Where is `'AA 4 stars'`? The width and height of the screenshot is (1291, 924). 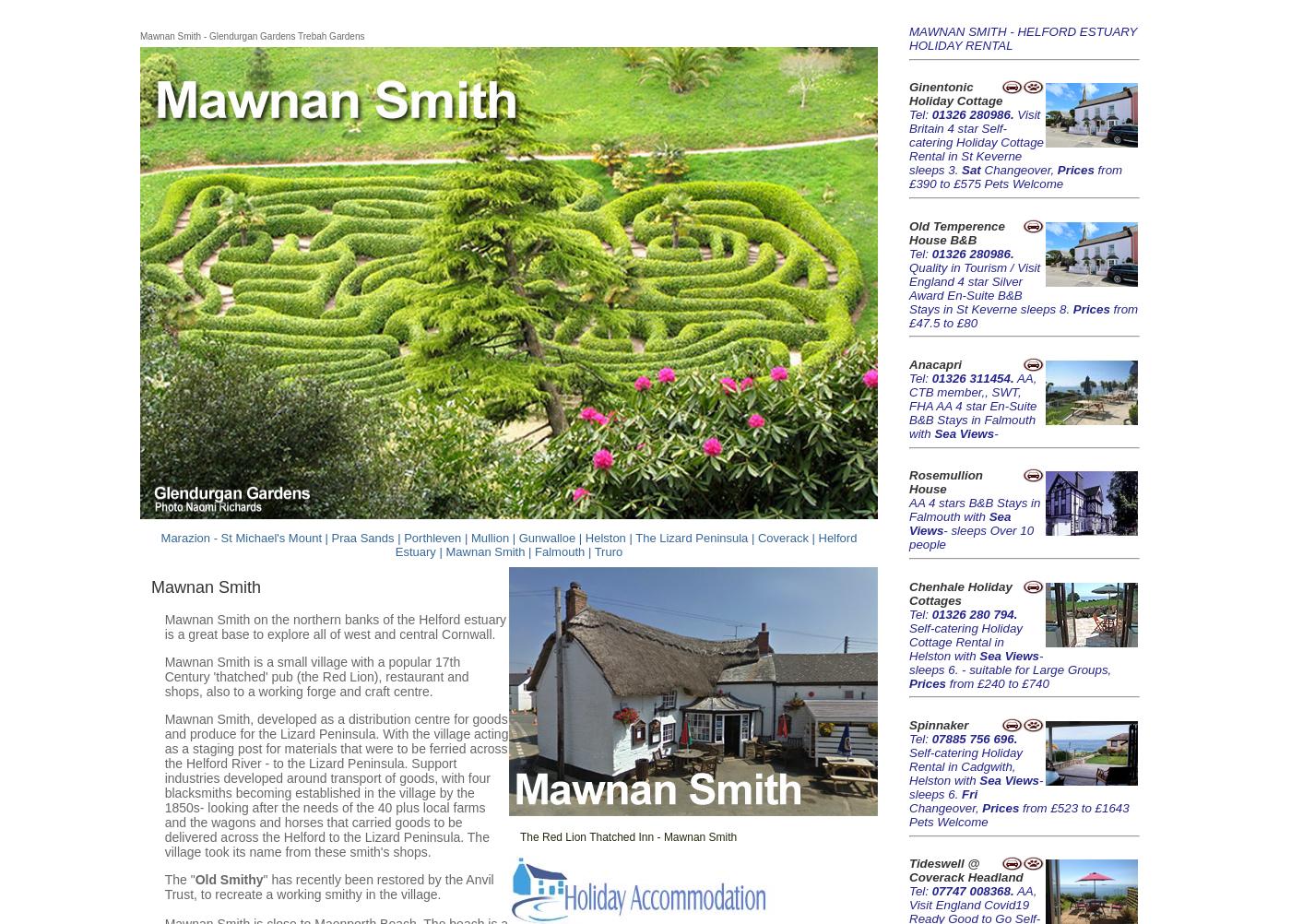
'AA 4 stars' is located at coordinates (909, 503).